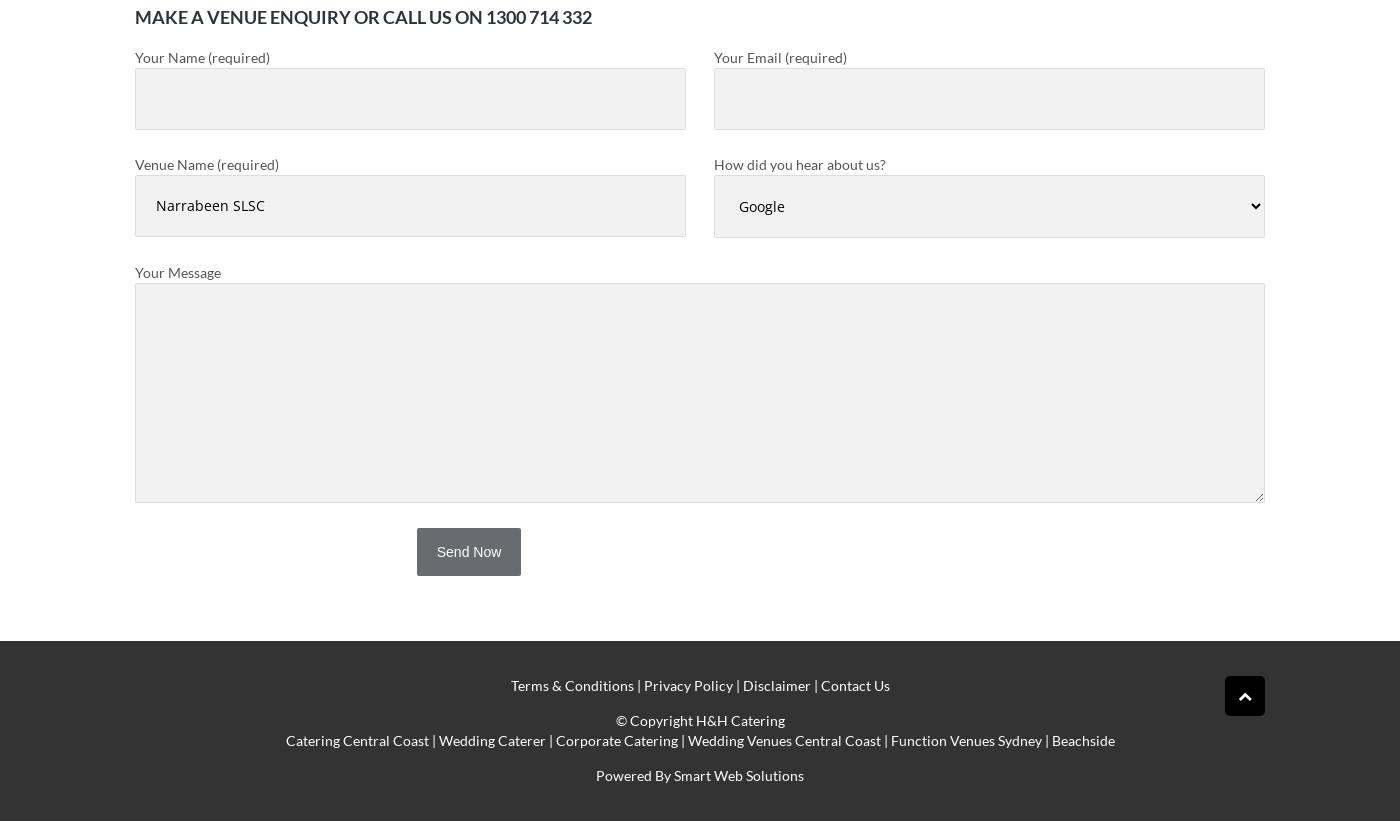  I want to click on 'Your Name (required)', so click(202, 57).